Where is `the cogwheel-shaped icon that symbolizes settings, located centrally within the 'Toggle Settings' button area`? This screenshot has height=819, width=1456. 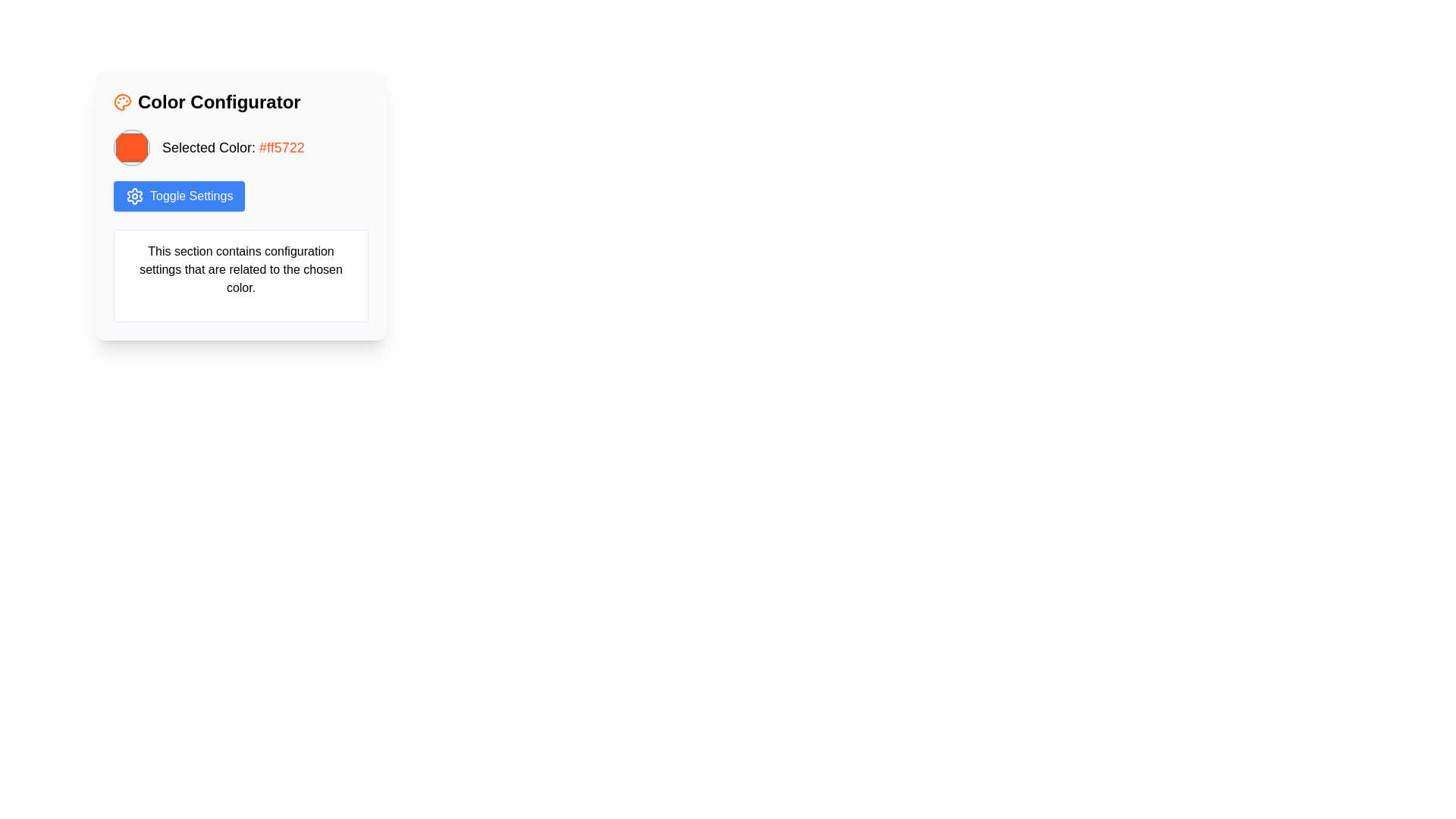 the cogwheel-shaped icon that symbolizes settings, located centrally within the 'Toggle Settings' button area is located at coordinates (134, 195).